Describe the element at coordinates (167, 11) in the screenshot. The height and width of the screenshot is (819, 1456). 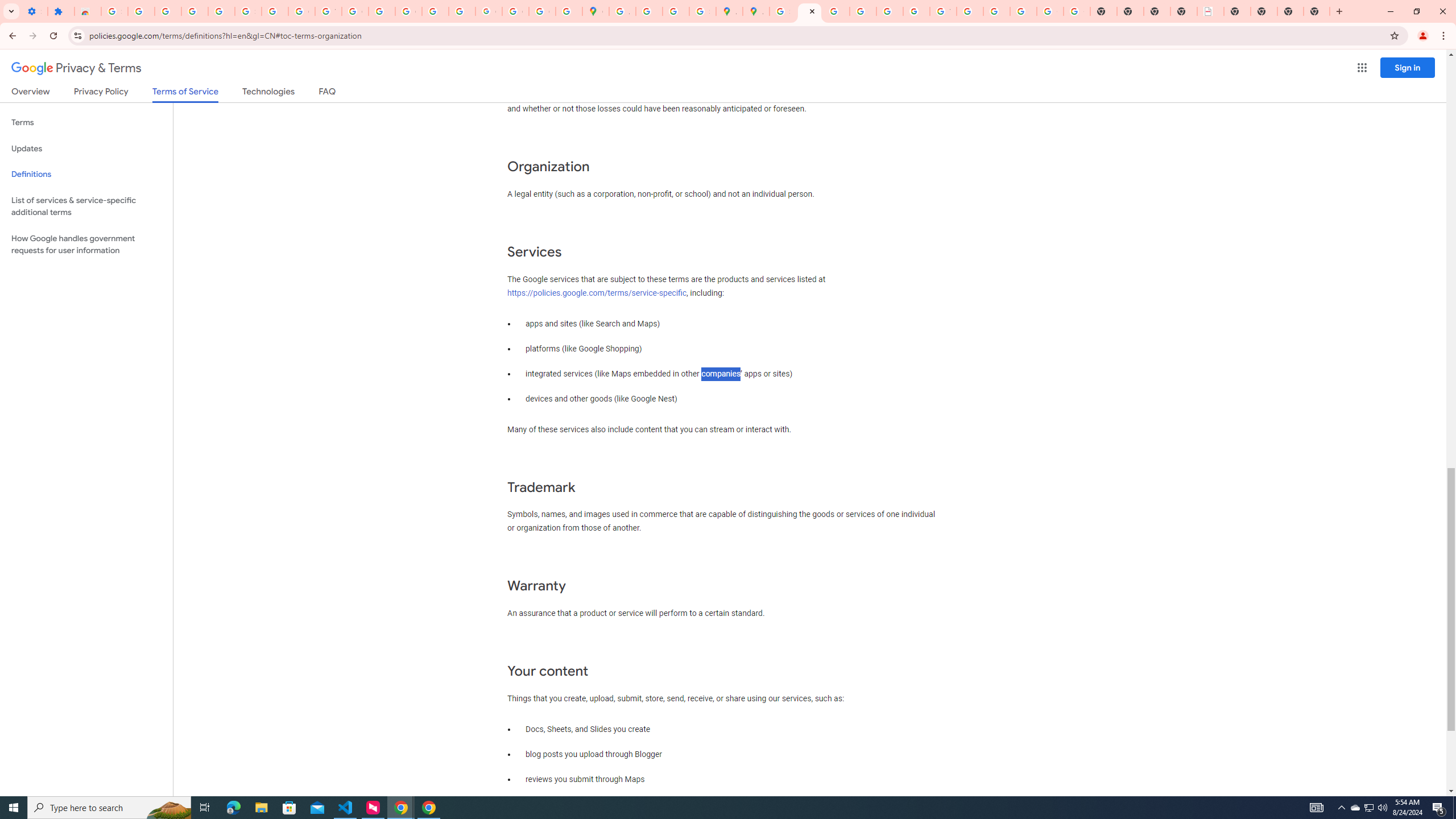
I see `'Delete photos & videos - Computer - Google Photos Help'` at that location.